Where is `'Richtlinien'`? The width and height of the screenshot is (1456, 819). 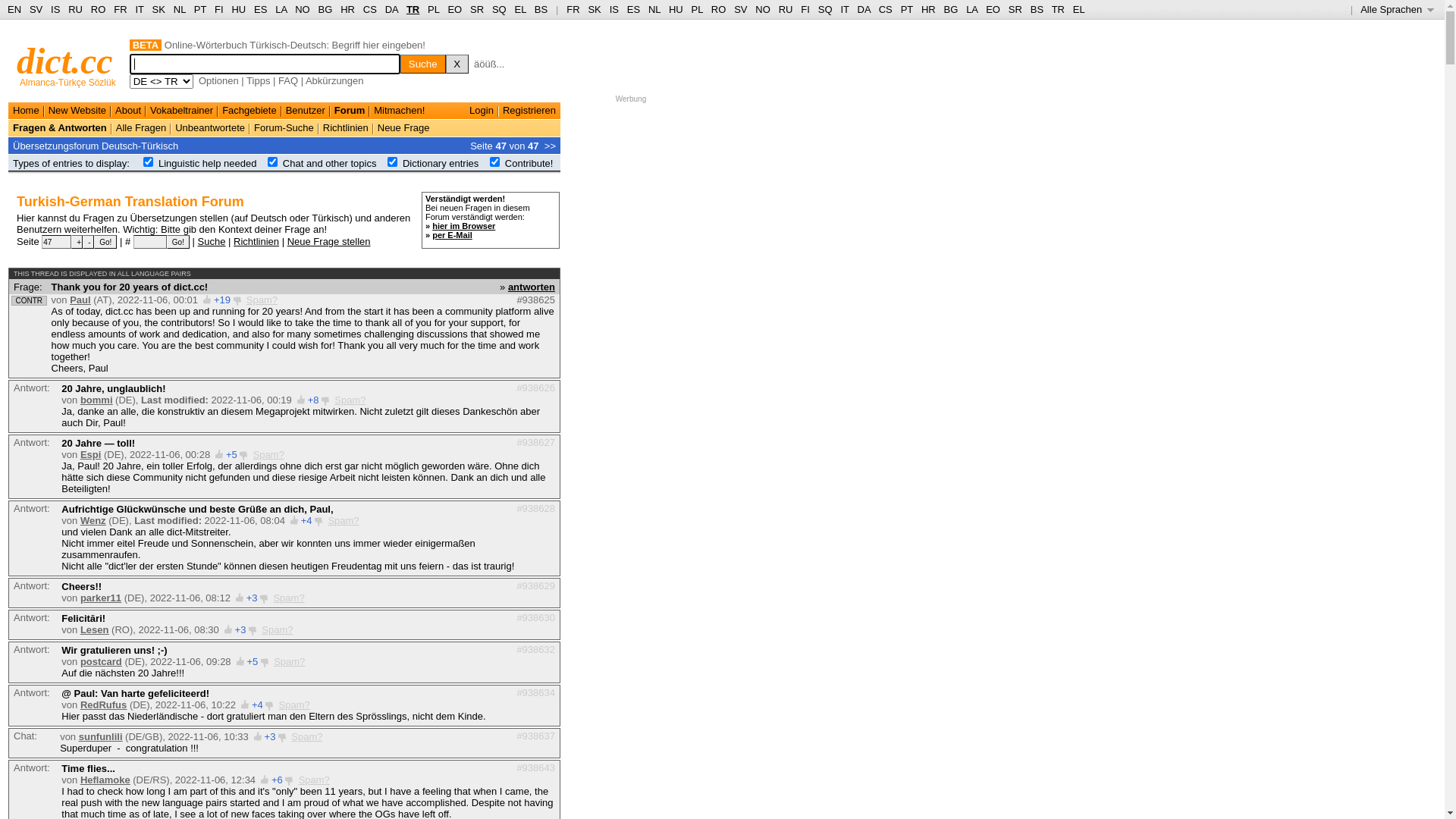
'Richtlinien' is located at coordinates (256, 240).